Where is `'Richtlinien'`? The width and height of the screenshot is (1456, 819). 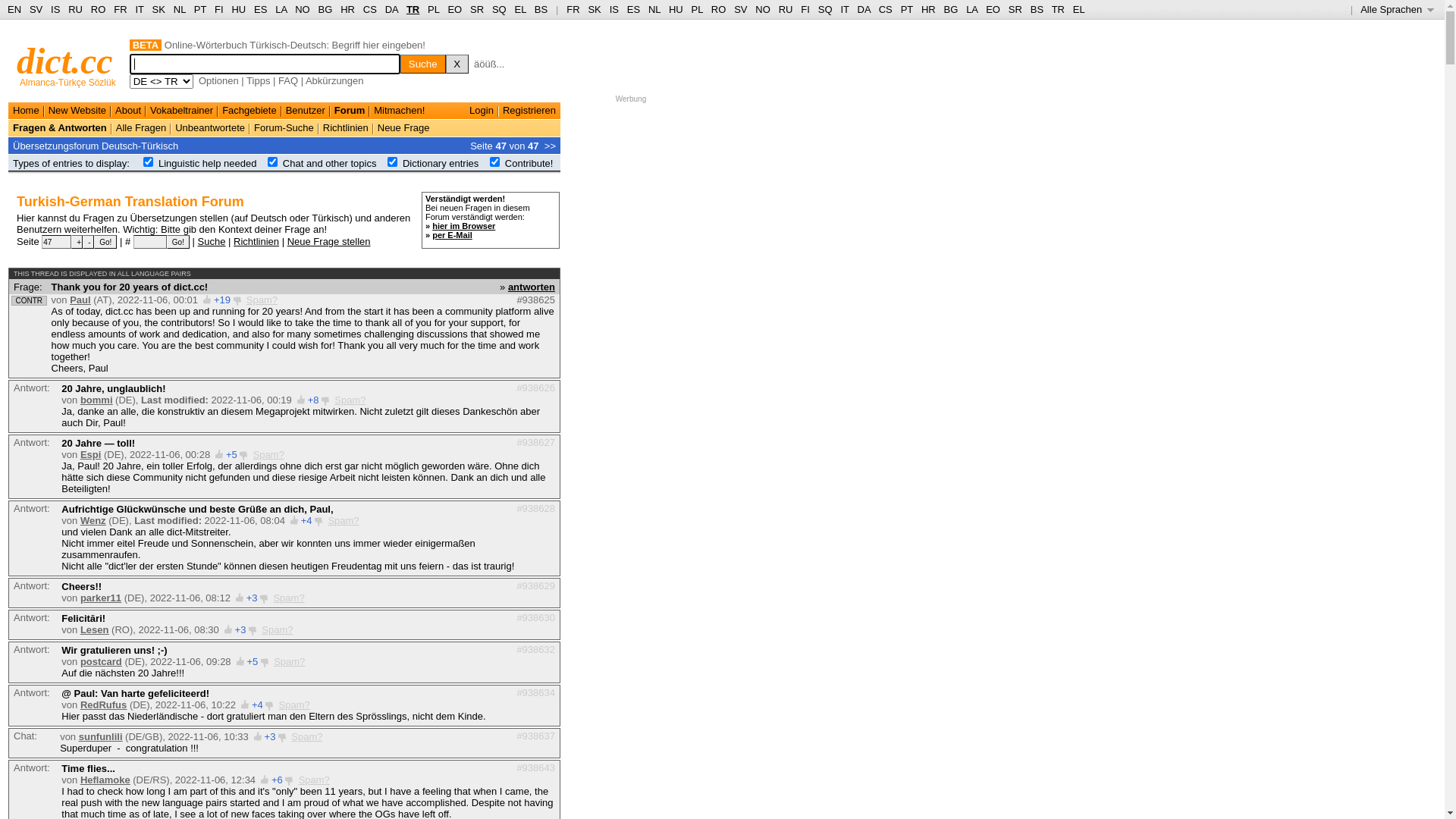
'Richtlinien' is located at coordinates (256, 240).